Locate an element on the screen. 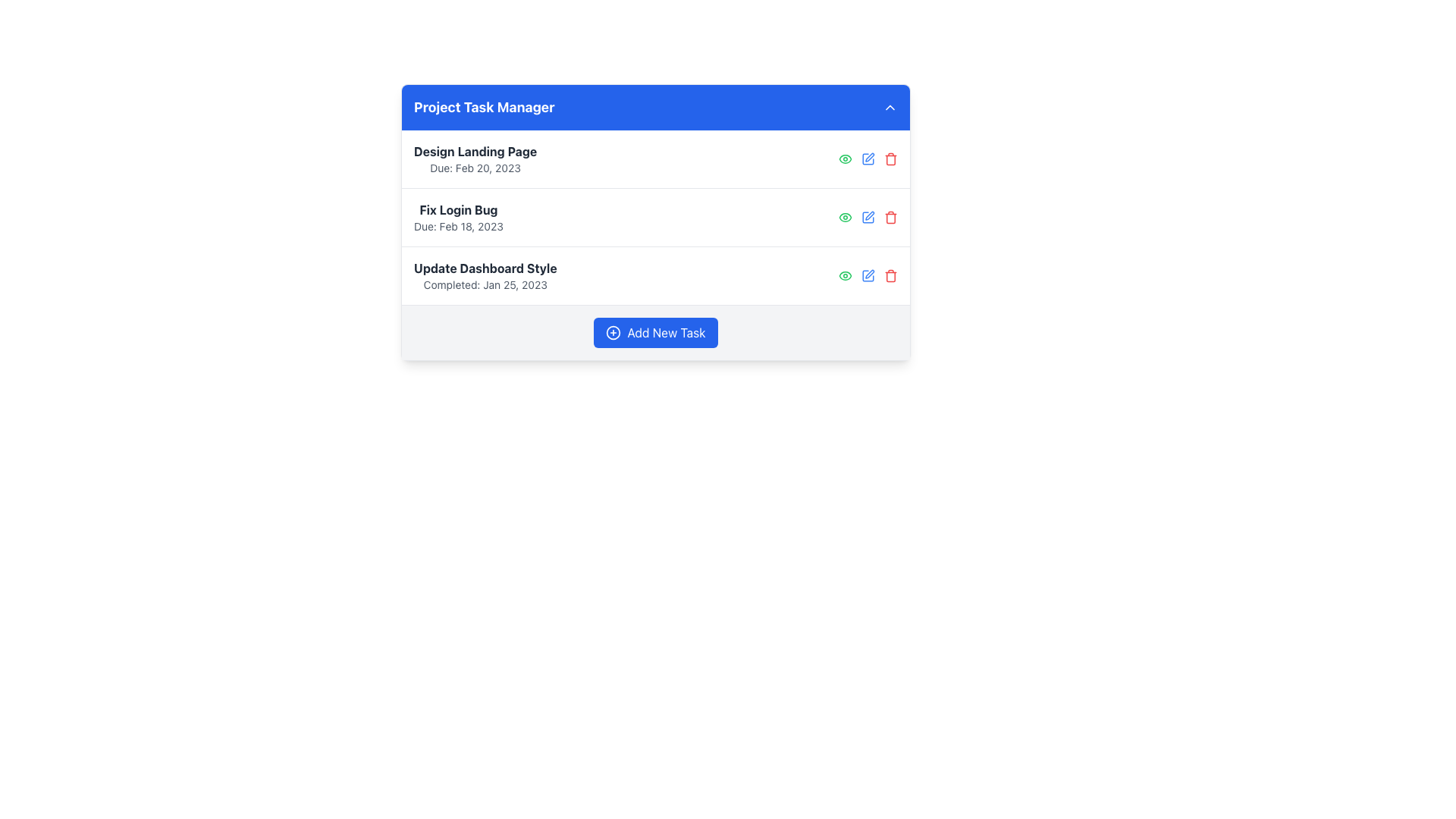 This screenshot has height=819, width=1456. the upward-pointing caret icon button located in the top-right corner of the blue header labeled 'Project Task Manager' is located at coordinates (890, 107).